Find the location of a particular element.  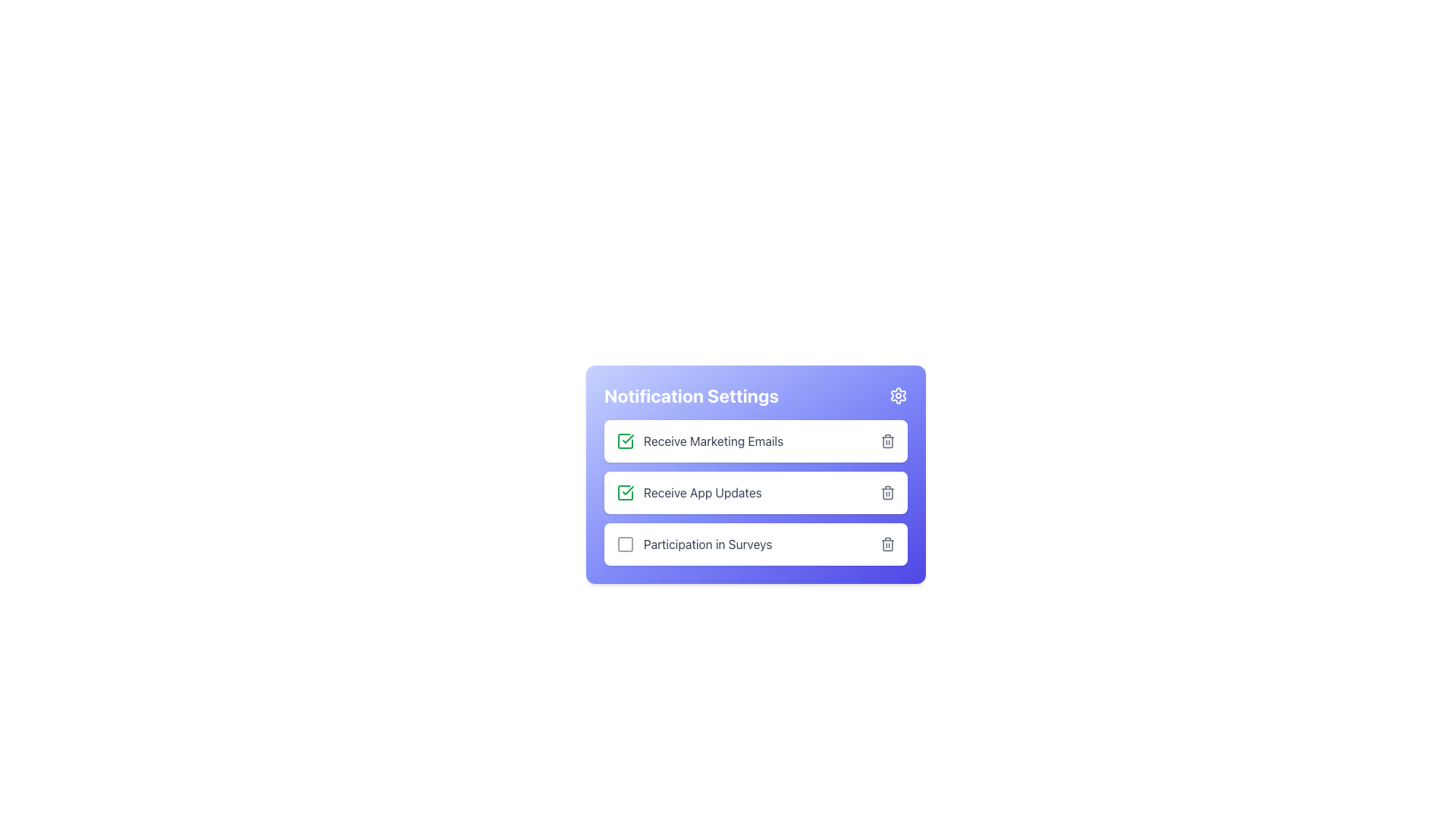

the settings button located in the top-right corner of the 'Notification Settings' visual box is located at coordinates (899, 394).